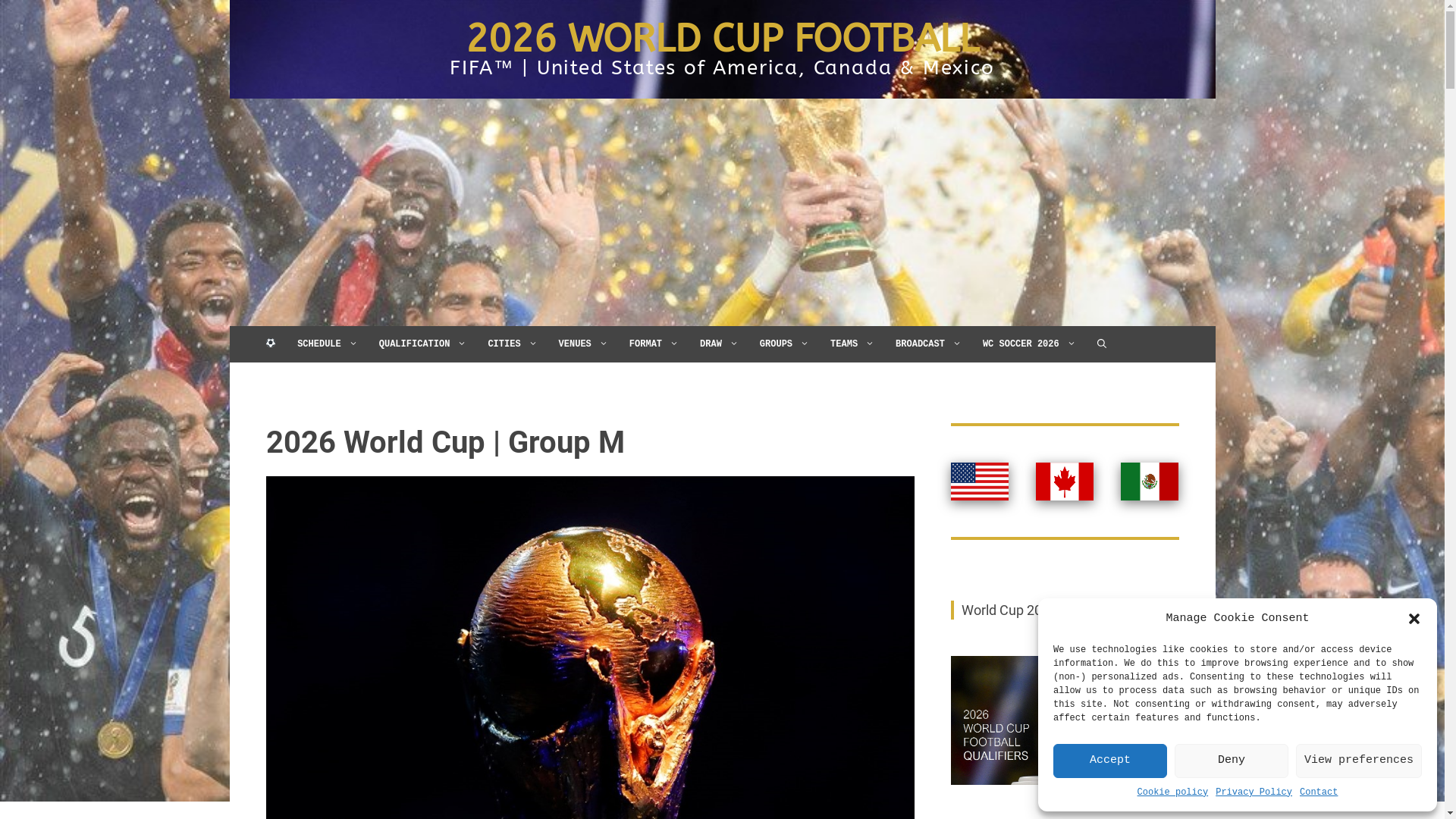 Image resolution: width=1456 pixels, height=819 pixels. I want to click on 'WC SOCCER 2026', so click(1029, 344).